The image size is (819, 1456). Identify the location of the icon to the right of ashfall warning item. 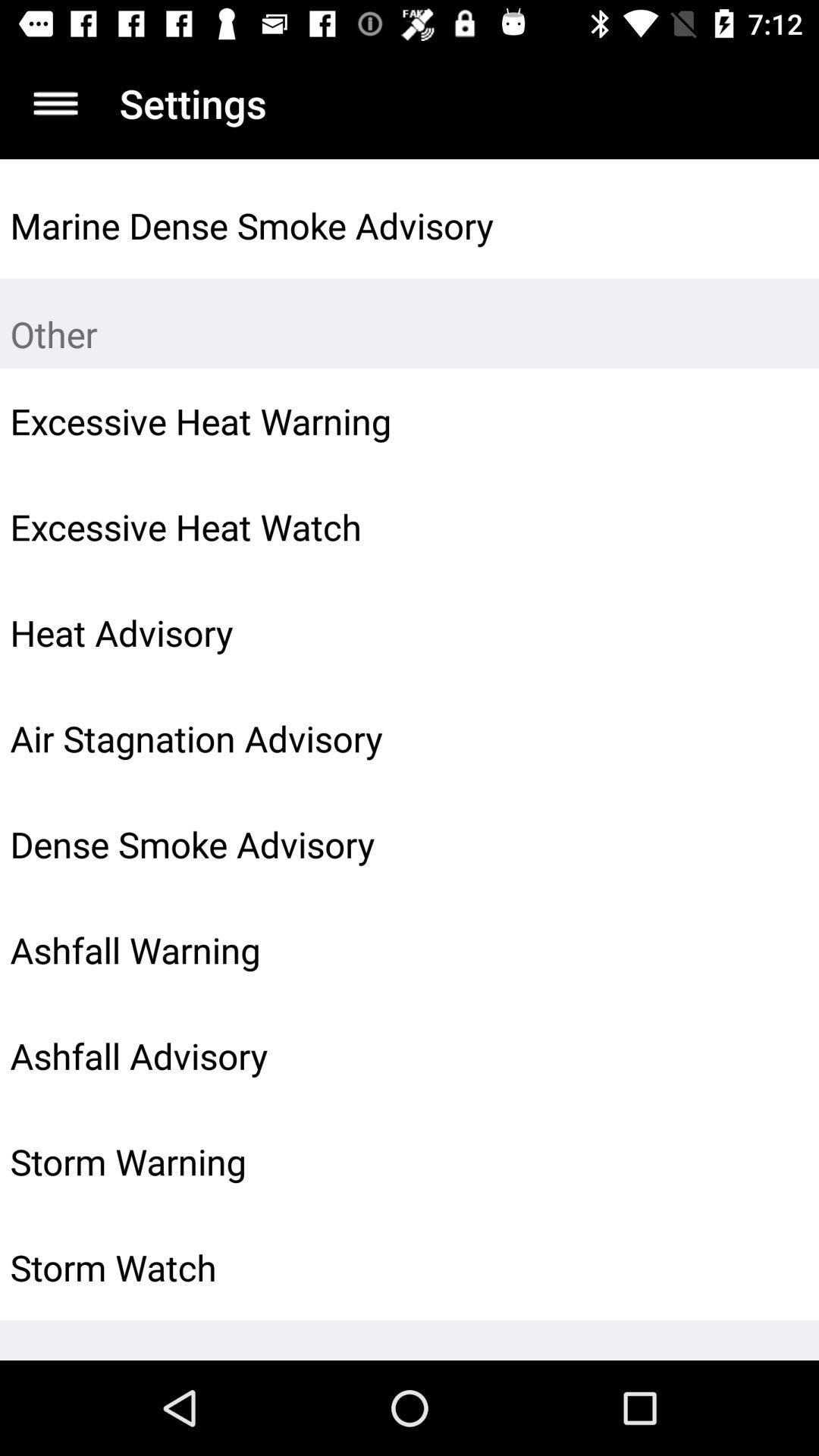
(771, 949).